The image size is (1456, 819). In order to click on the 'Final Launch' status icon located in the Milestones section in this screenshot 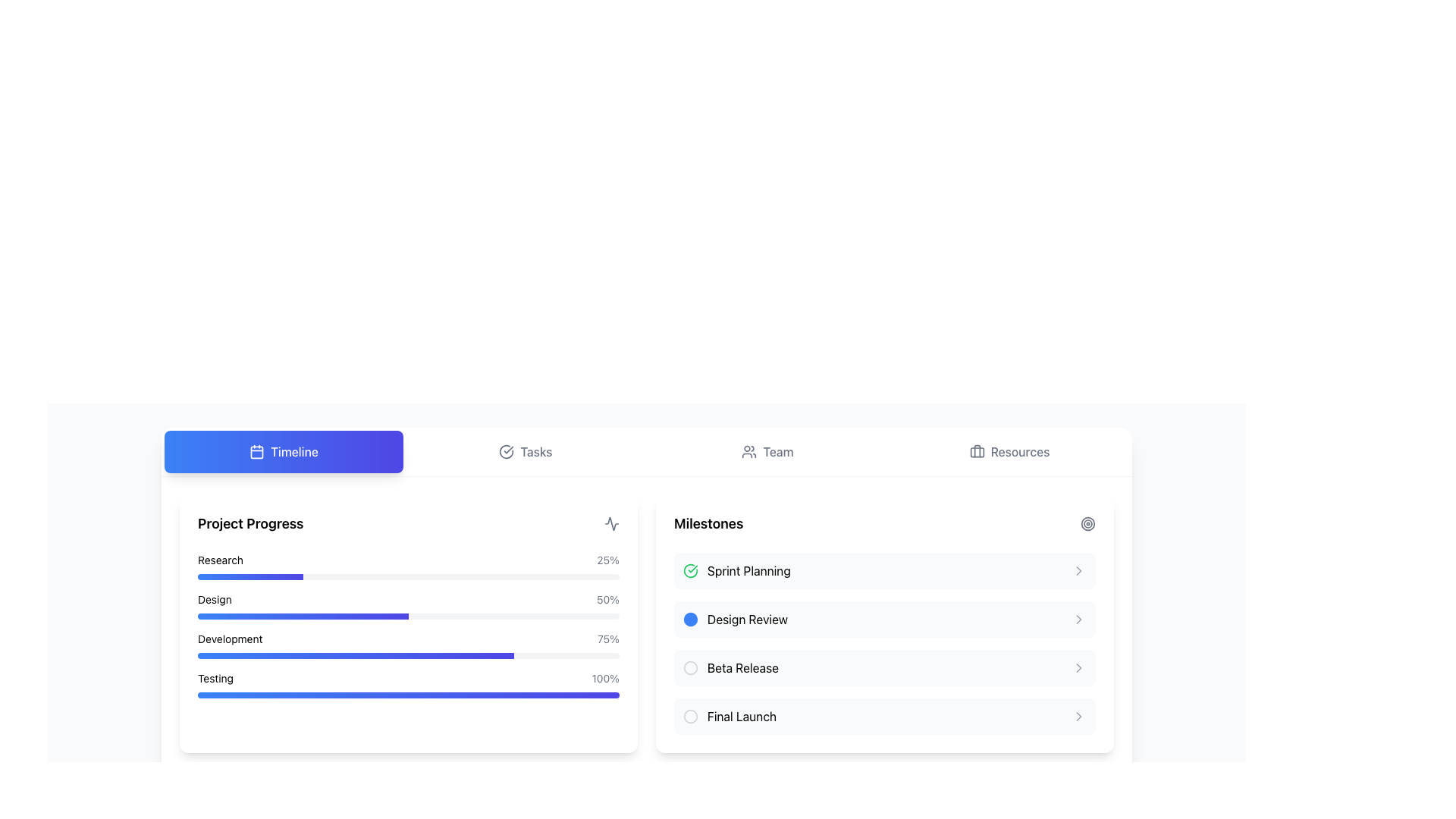, I will do `click(690, 717)`.